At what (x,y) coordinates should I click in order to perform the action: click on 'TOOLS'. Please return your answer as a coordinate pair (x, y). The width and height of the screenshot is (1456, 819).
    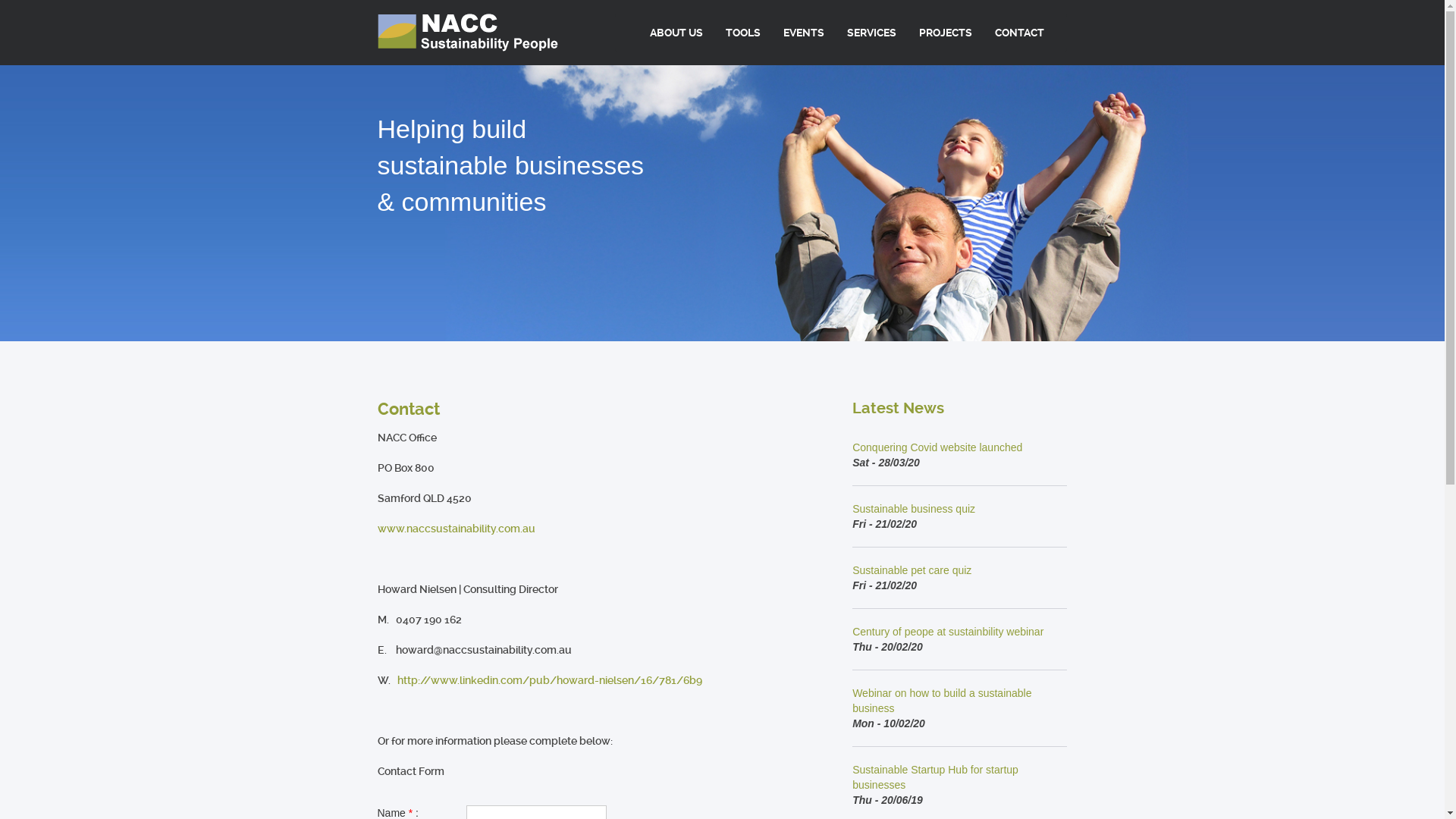
    Looking at the image, I should click on (742, 32).